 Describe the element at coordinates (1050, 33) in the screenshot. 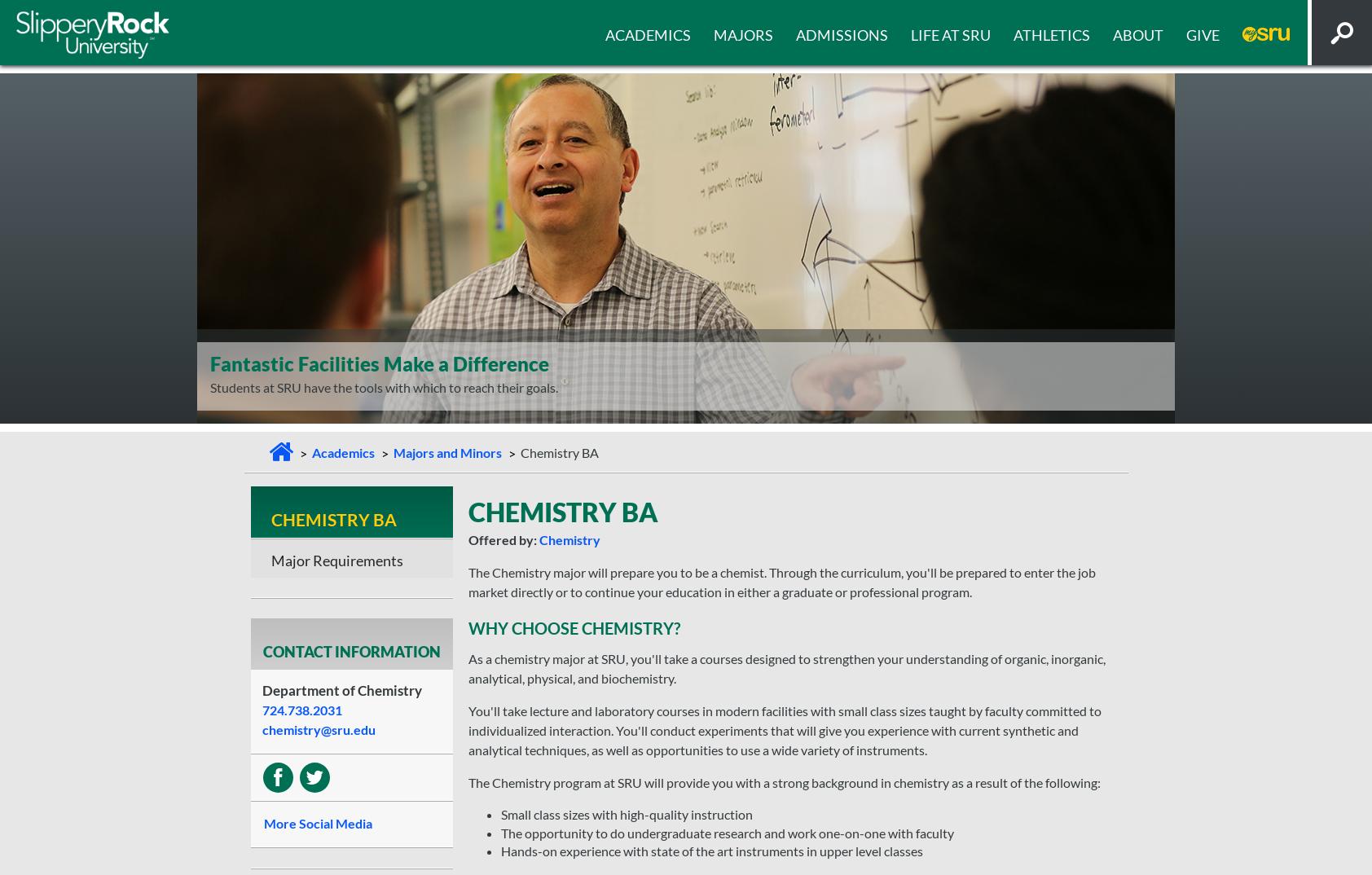

I see `'Athletics'` at that location.